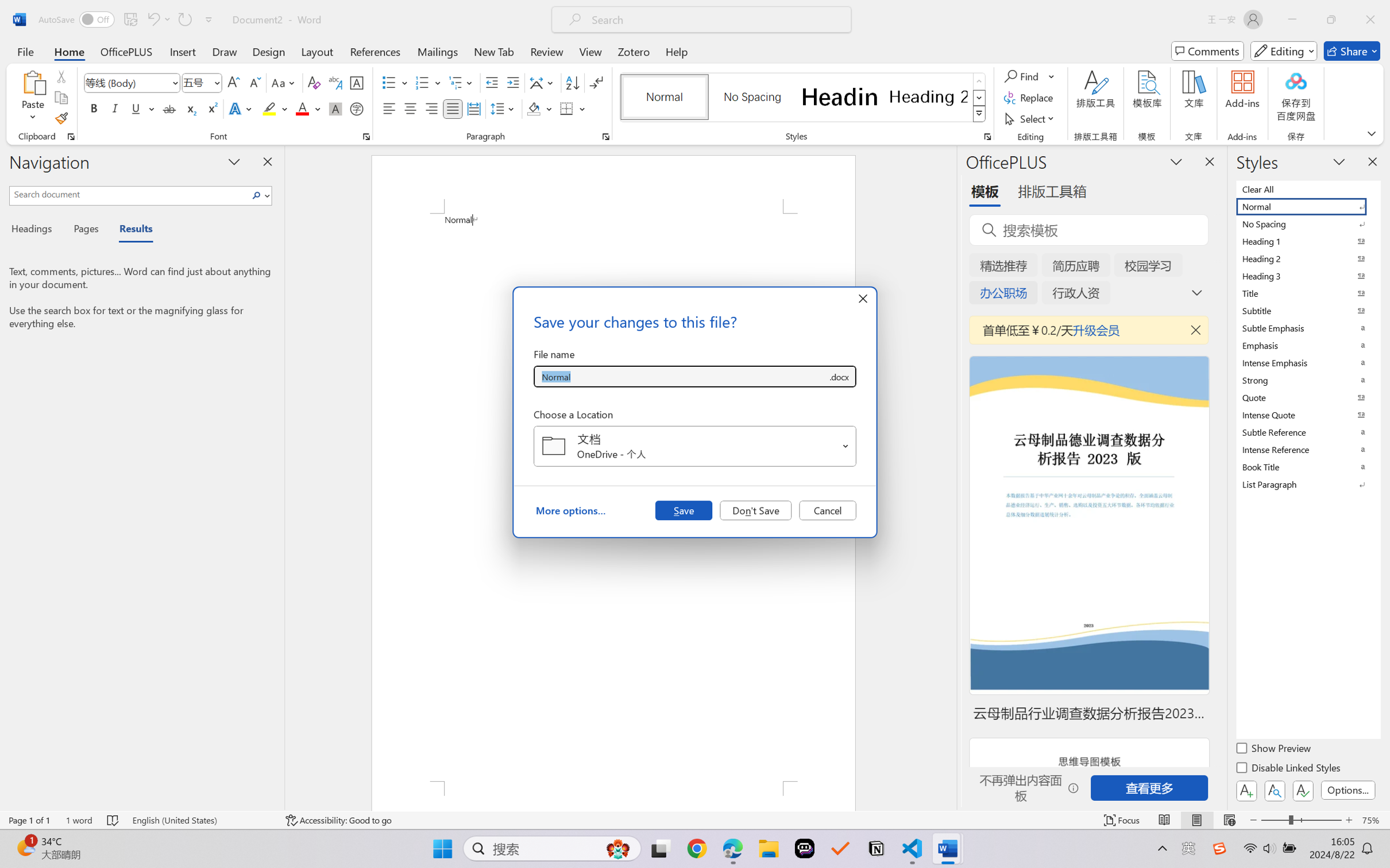 The height and width of the screenshot is (868, 1390). Describe the element at coordinates (132, 83) in the screenshot. I see `'Font'` at that location.